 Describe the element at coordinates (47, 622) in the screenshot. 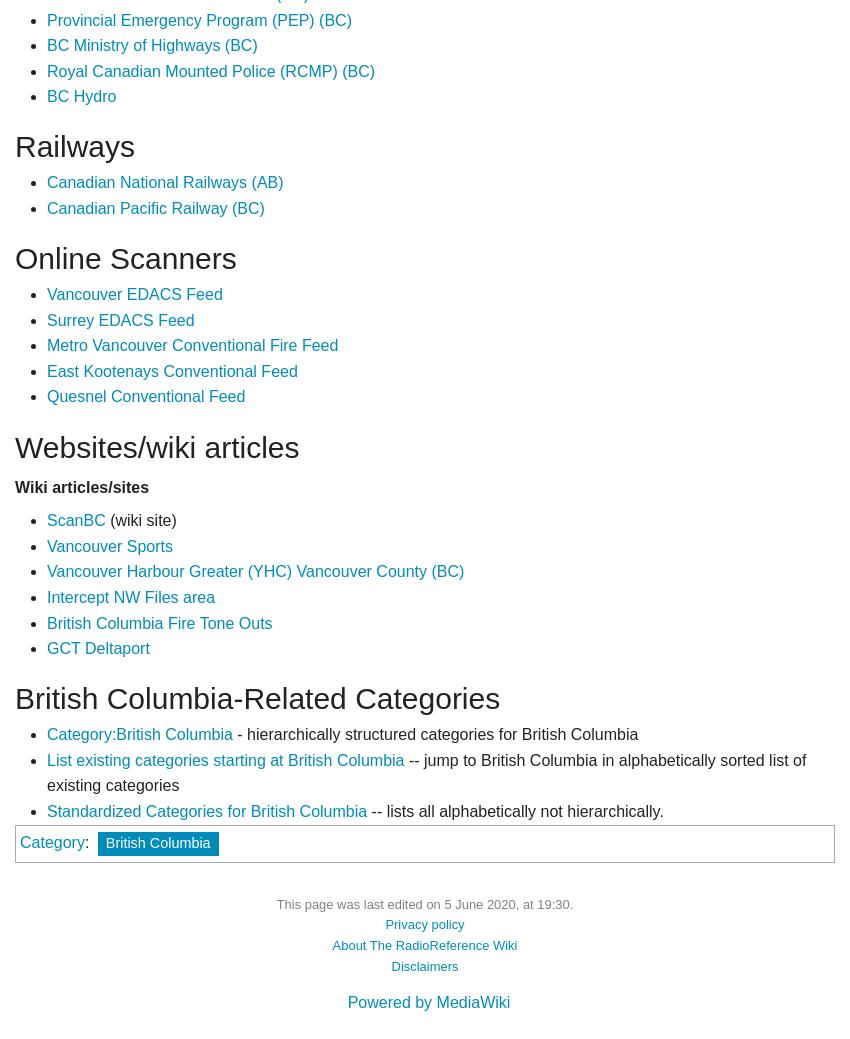

I see `'British Columbia Fire Tone Outs'` at that location.